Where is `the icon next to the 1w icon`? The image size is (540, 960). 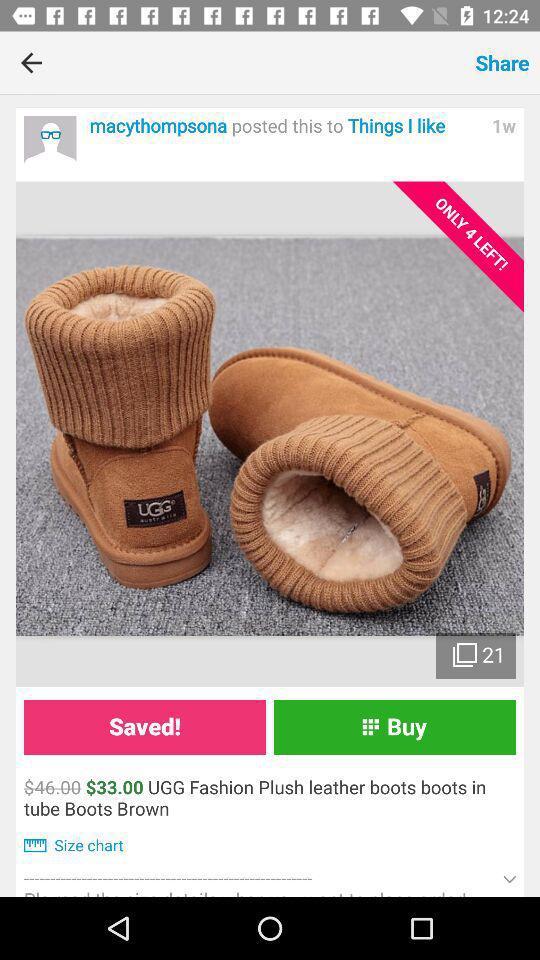 the icon next to the 1w icon is located at coordinates (284, 125).